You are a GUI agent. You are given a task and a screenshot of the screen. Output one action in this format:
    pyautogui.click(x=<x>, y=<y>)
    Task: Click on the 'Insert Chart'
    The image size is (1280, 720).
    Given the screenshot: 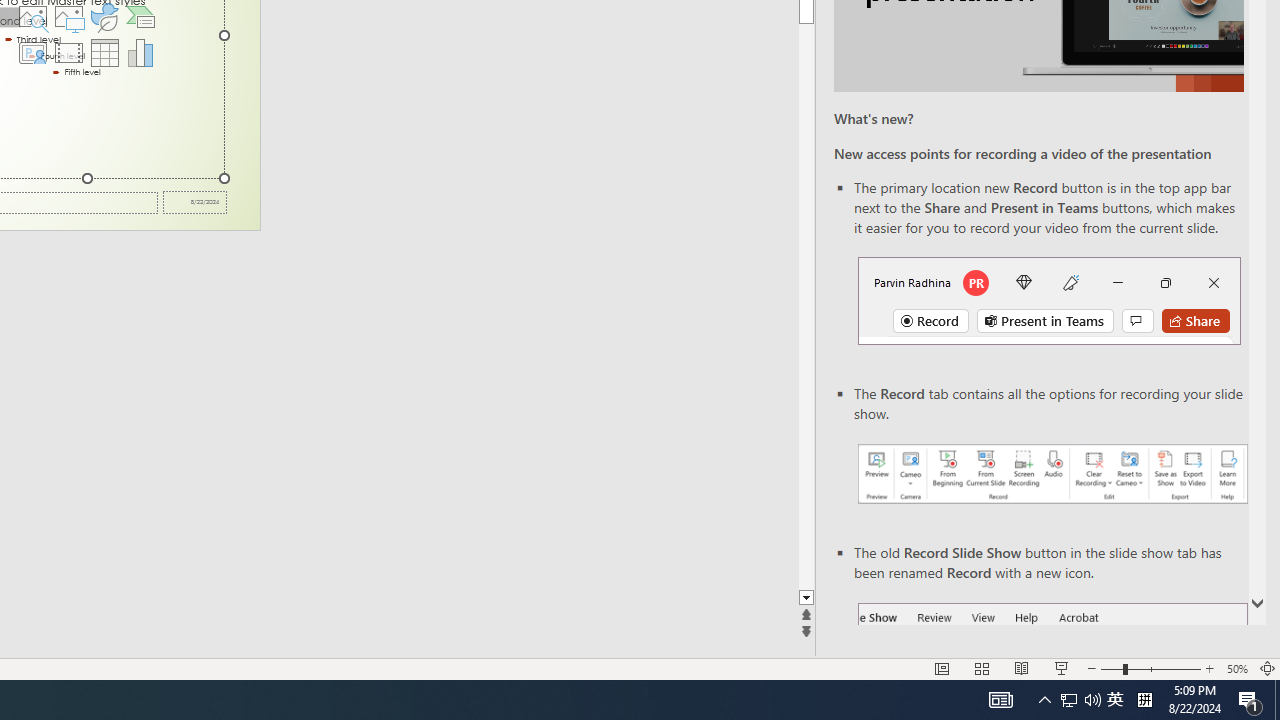 What is the action you would take?
    pyautogui.click(x=140, y=51)
    